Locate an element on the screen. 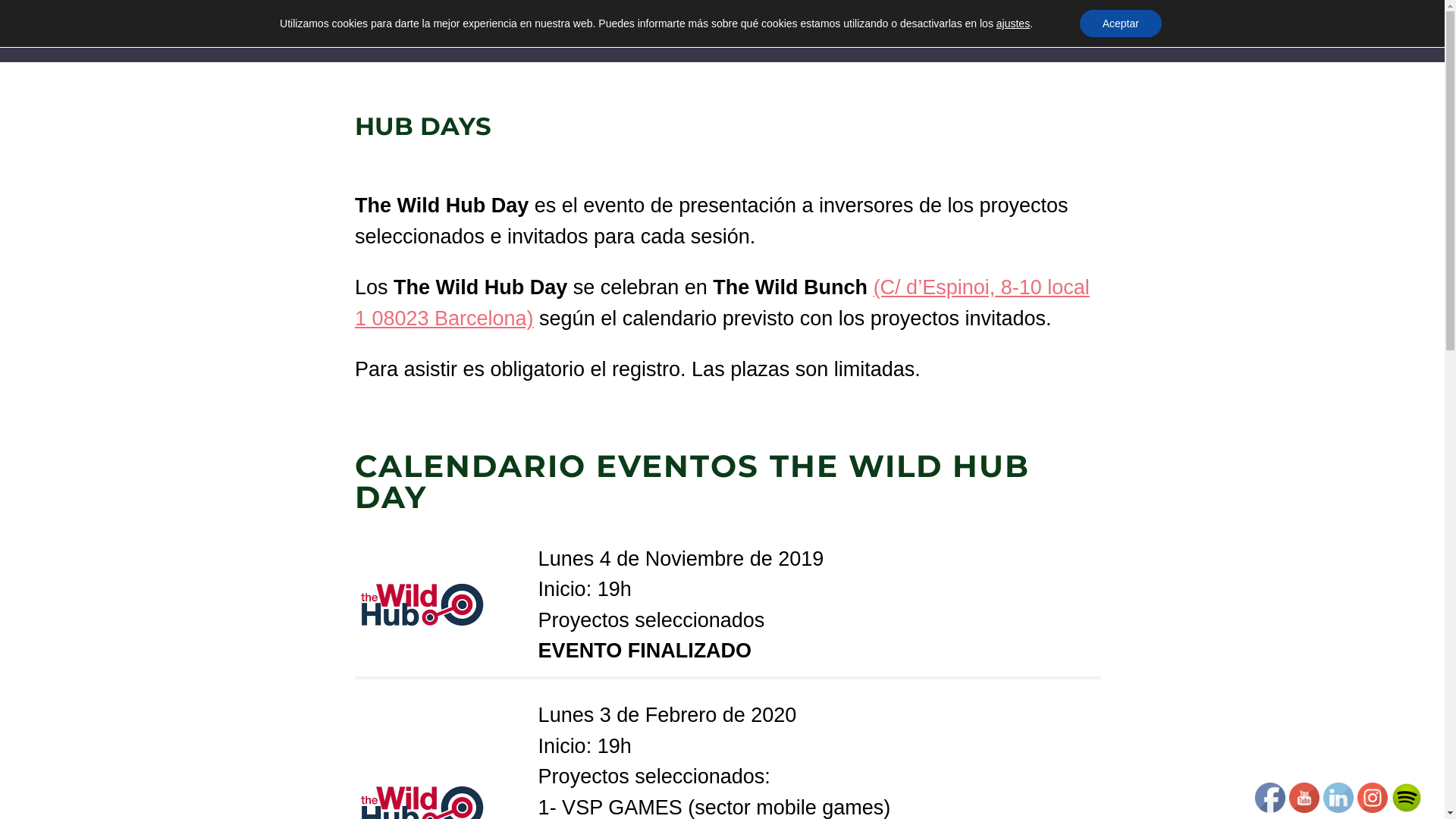  'Contacto' is located at coordinates (1364, 31).